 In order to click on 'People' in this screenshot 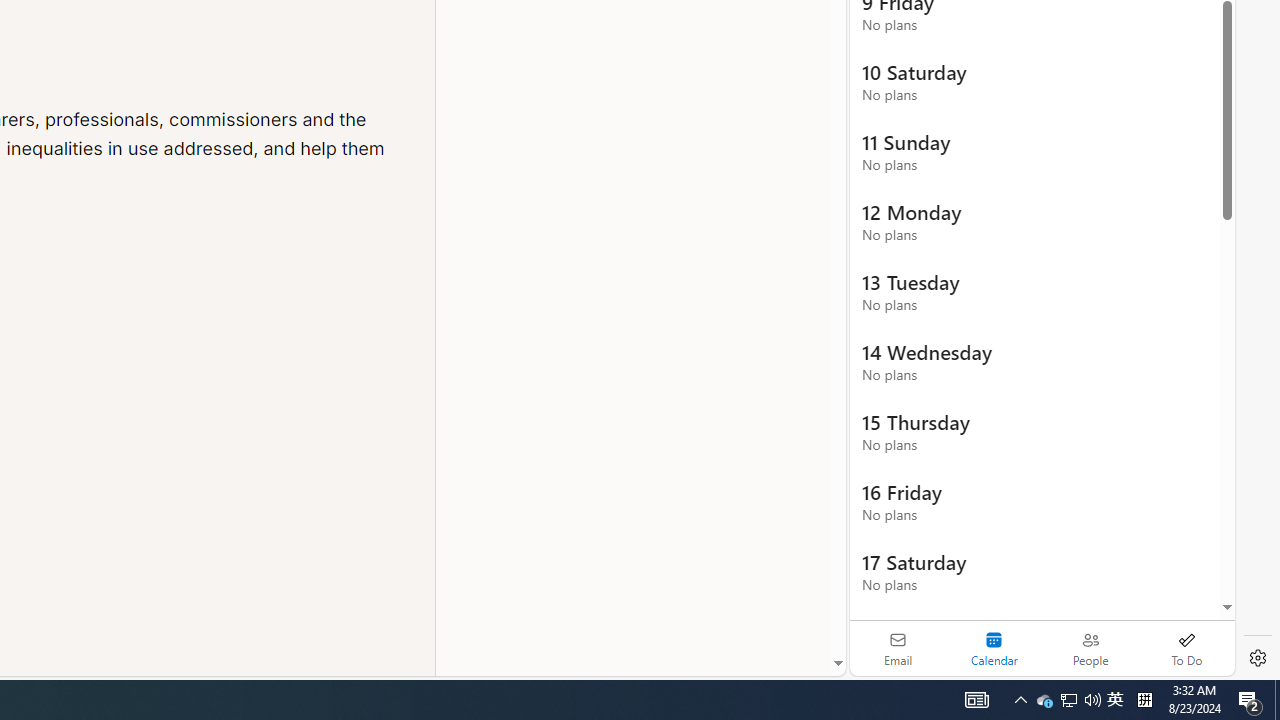, I will do `click(1089, 648)`.